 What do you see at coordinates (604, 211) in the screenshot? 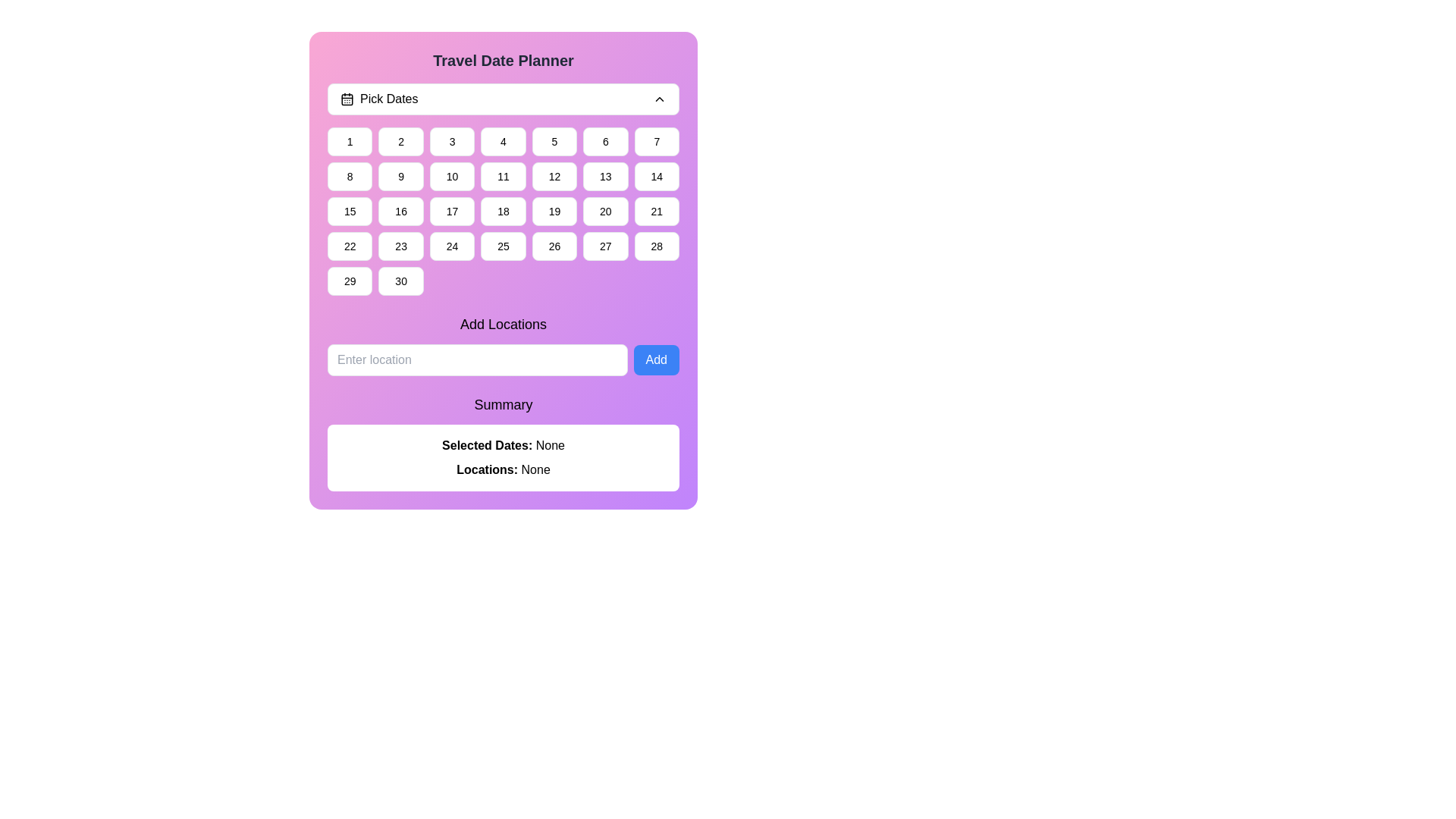
I see `the rectangular button with a white background and rounded corners that contains the number '20' in bold black text, located in the third row and third column of the 'Pick Dates' section` at bounding box center [604, 211].